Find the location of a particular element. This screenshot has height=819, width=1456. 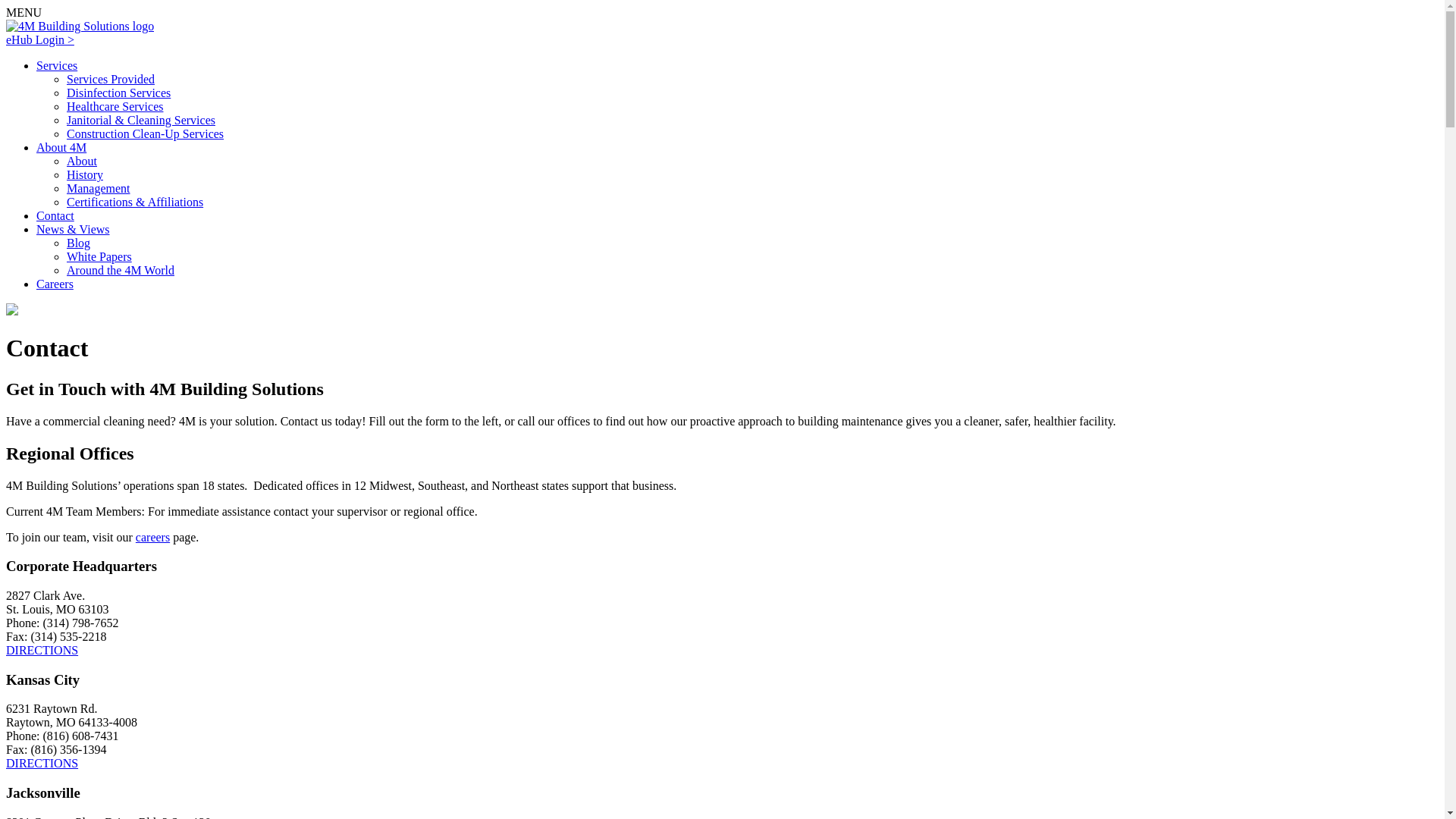

'Healthcare Services' is located at coordinates (114, 105).